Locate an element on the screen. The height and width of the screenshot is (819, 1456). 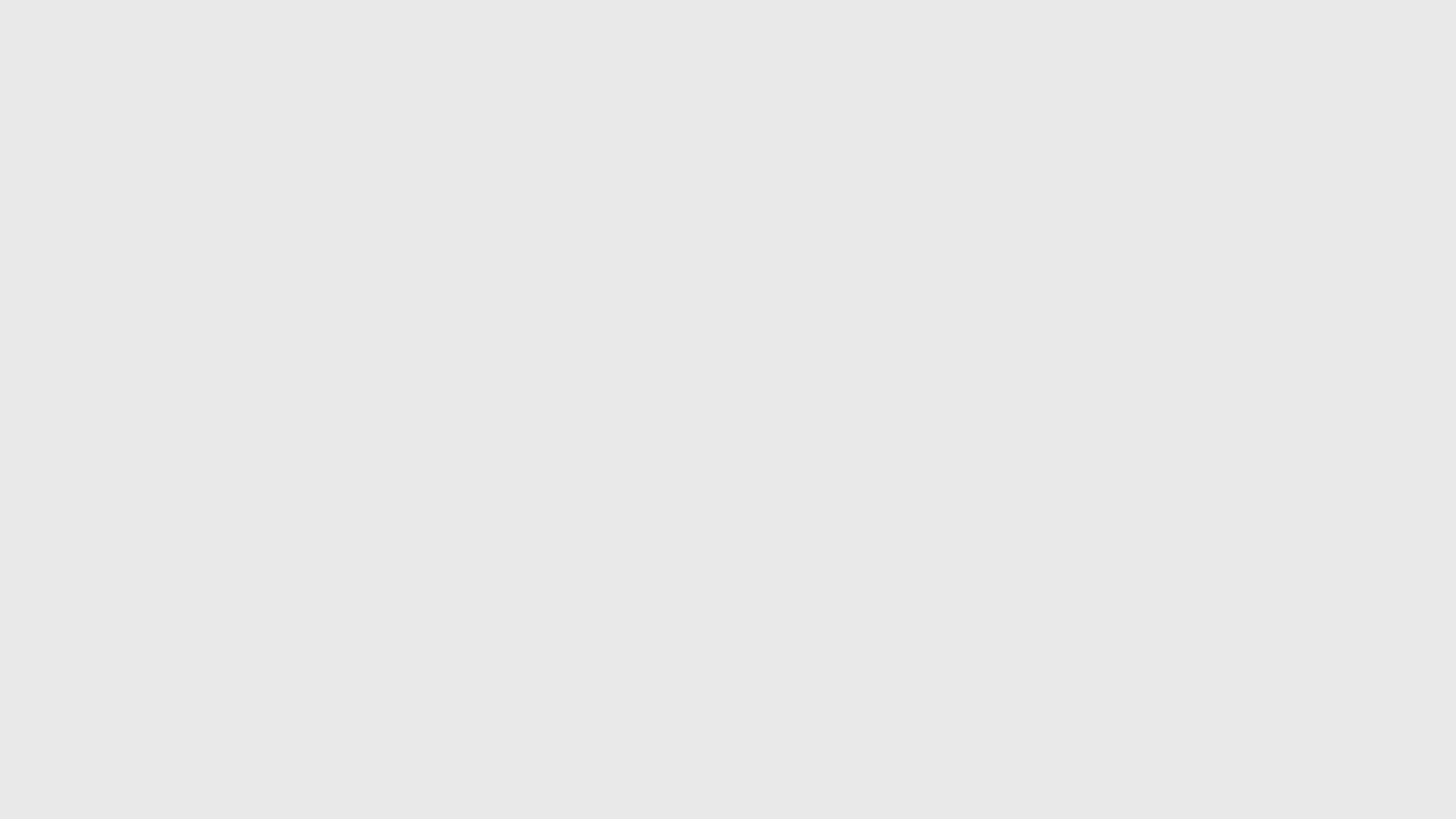
Der Klaus : a poem Available at Museum of Modern Art Library  MoMA Manhattan Artists' Books (LPW P6742 A12k) is located at coordinates (660, 93).